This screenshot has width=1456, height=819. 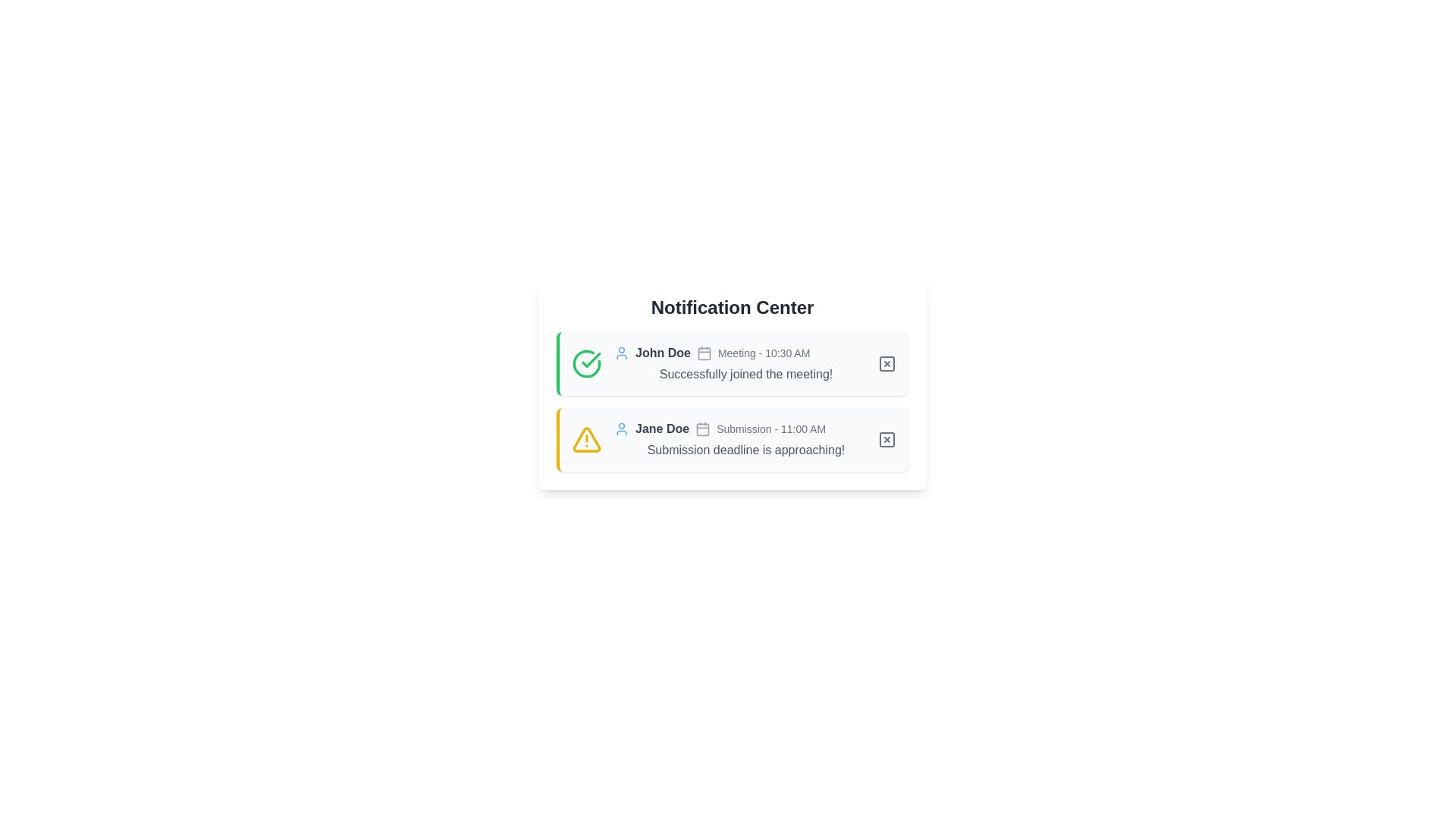 What do you see at coordinates (703, 353) in the screenshot?
I see `the calendar icon located to the right of 'John Doe' and preceding 'Meeting - 10:30 AM' in the top notification entry` at bounding box center [703, 353].